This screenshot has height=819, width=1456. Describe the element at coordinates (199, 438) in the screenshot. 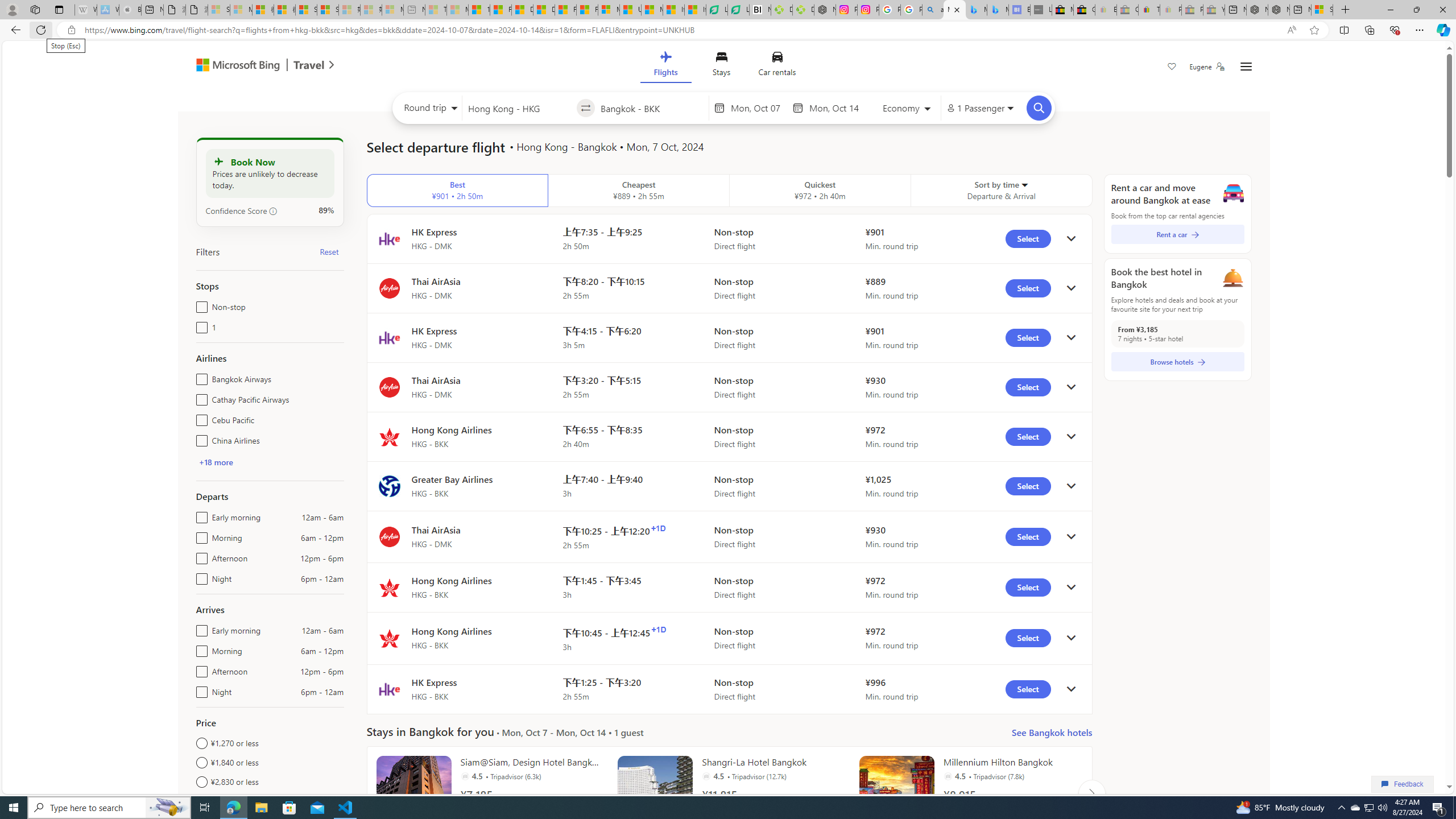

I see `'China Airlines'` at that location.